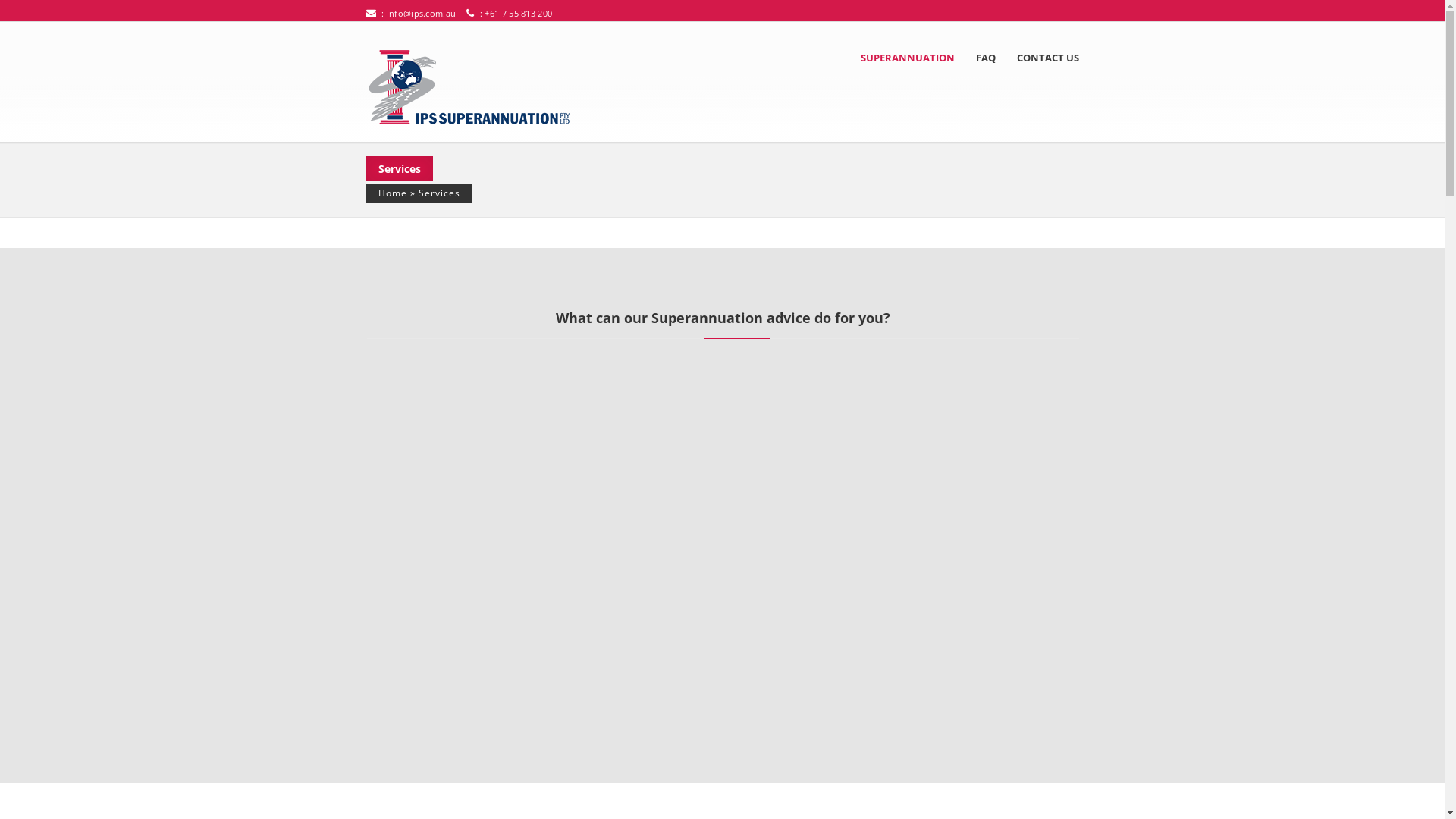 This screenshot has height=819, width=1456. What do you see at coordinates (488, 87) in the screenshot?
I see `'IPS Super'` at bounding box center [488, 87].